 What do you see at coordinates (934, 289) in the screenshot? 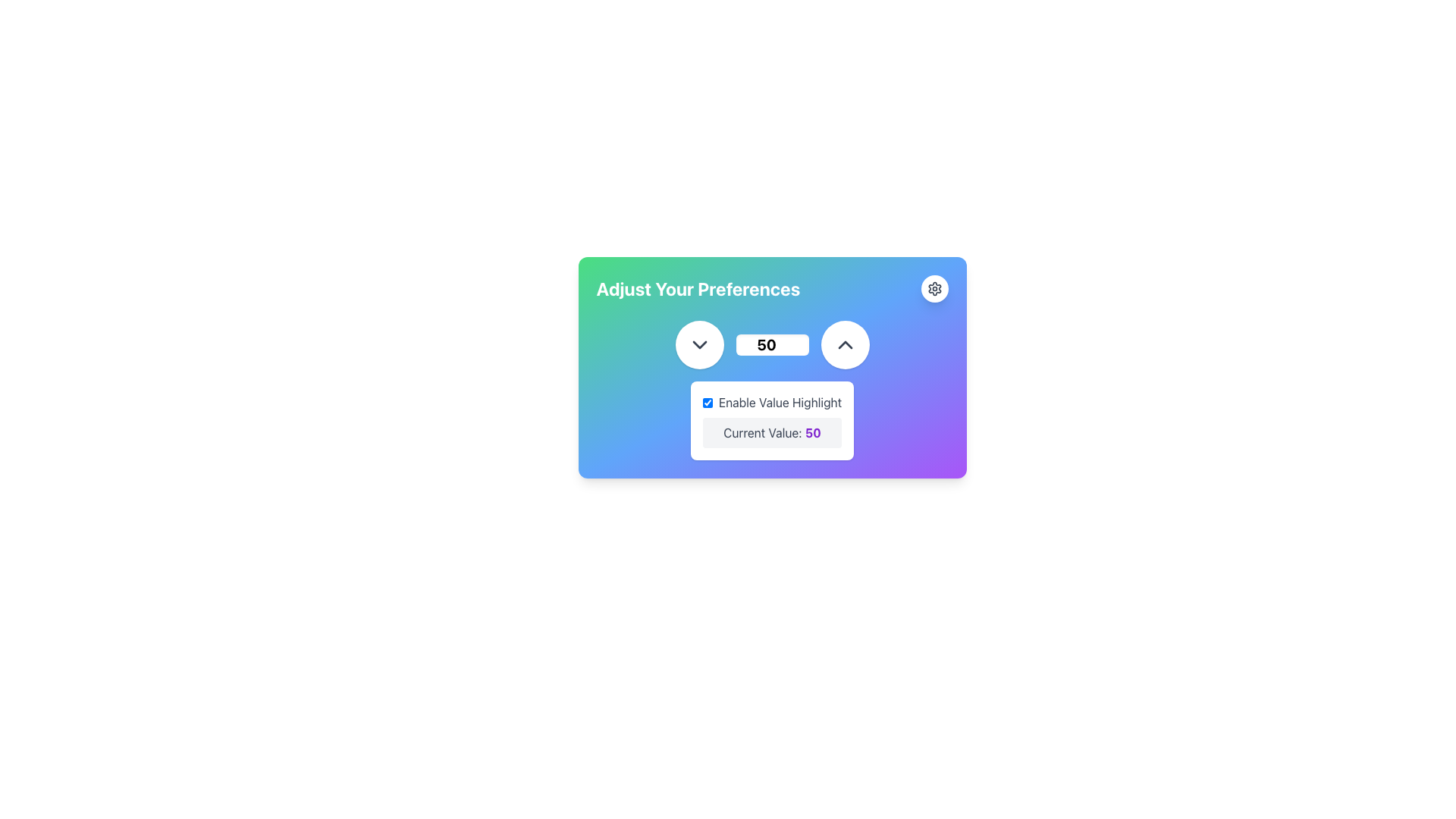
I see `the settings icon located in the top-right corner of the card interface` at bounding box center [934, 289].